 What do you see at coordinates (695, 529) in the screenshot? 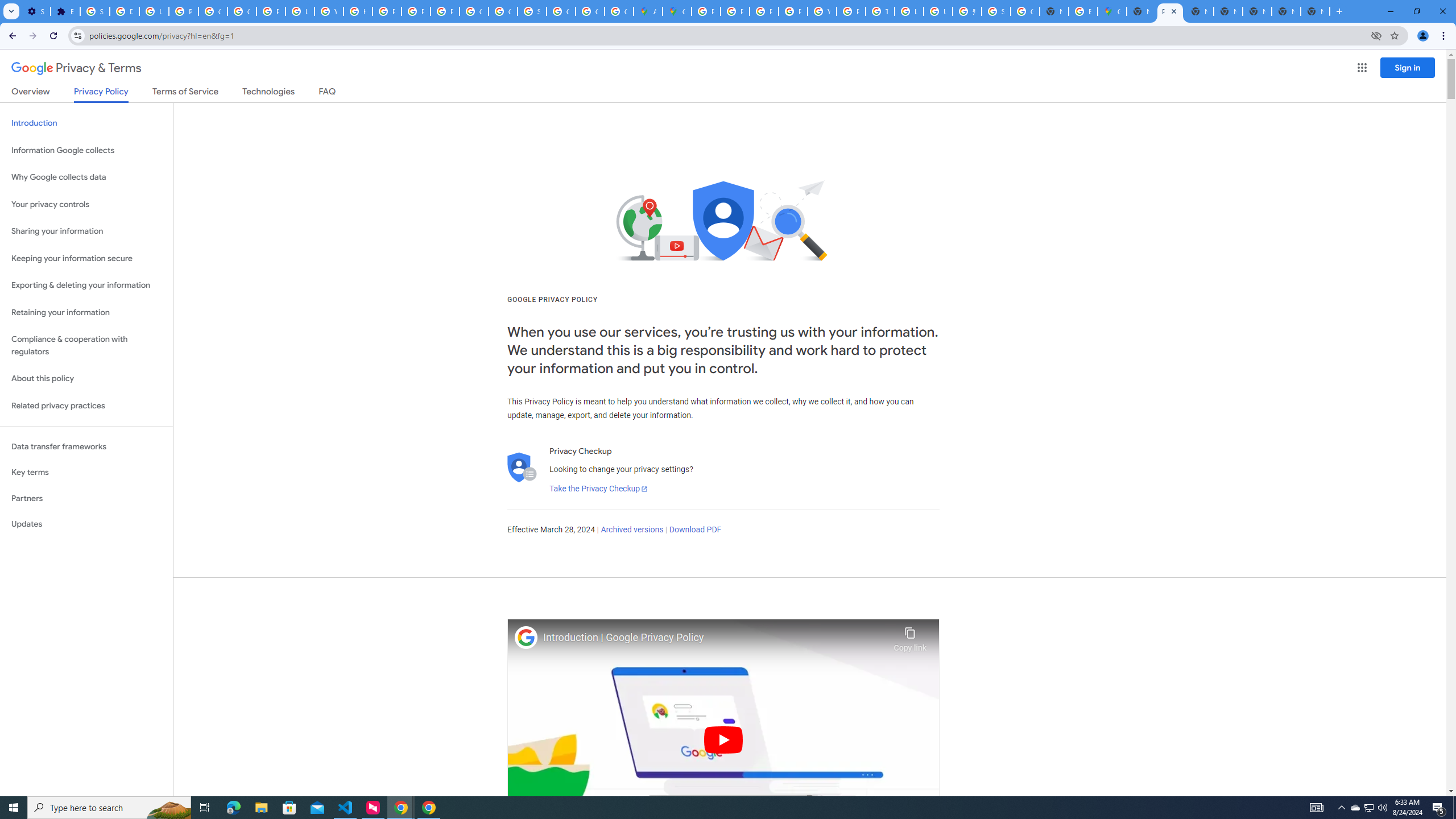
I see `'Download PDF'` at bounding box center [695, 529].